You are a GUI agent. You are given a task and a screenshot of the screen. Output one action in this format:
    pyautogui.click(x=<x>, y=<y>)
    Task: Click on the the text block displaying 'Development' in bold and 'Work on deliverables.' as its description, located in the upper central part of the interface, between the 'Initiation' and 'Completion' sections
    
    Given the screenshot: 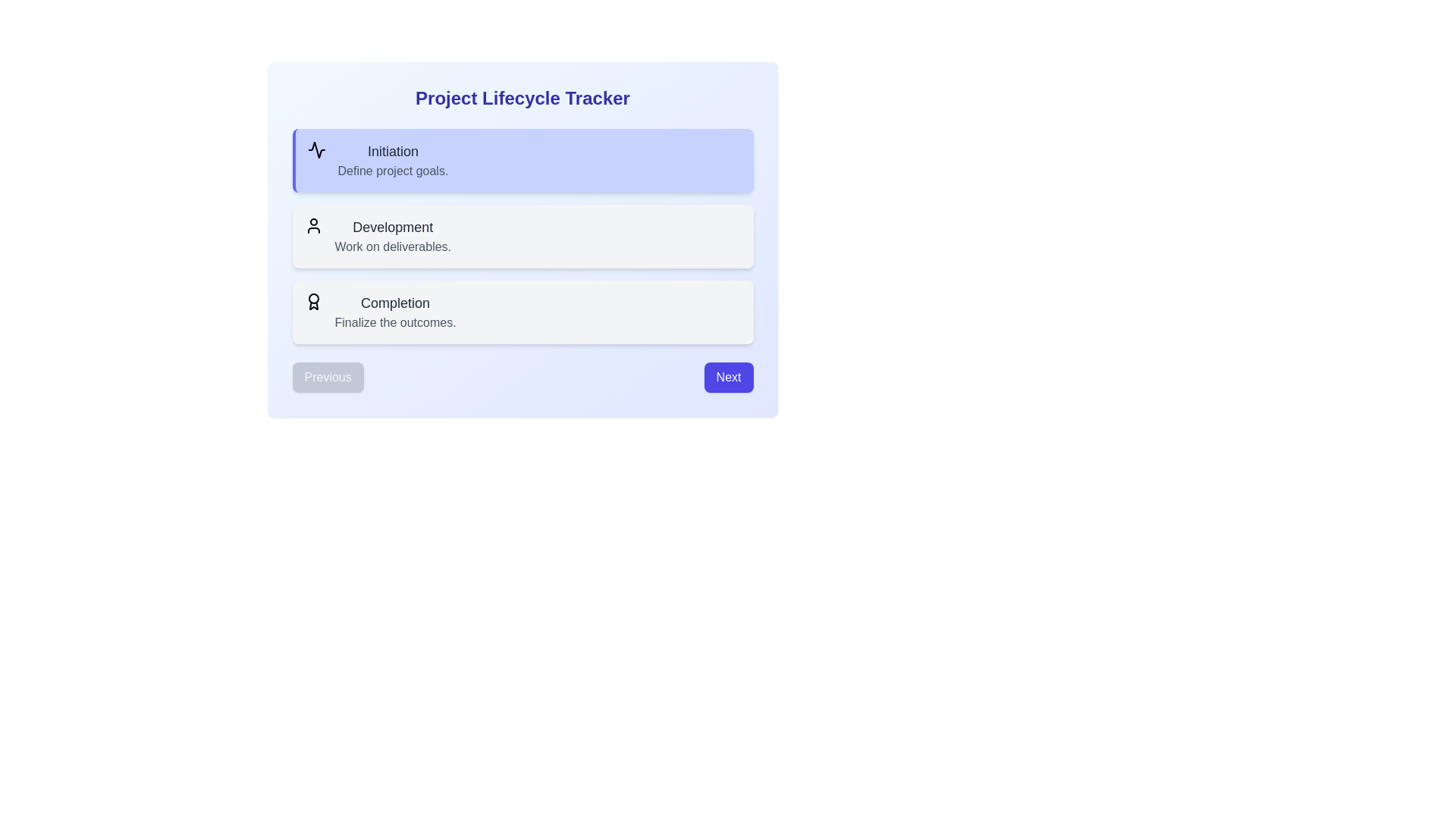 What is the action you would take?
    pyautogui.click(x=393, y=237)
    